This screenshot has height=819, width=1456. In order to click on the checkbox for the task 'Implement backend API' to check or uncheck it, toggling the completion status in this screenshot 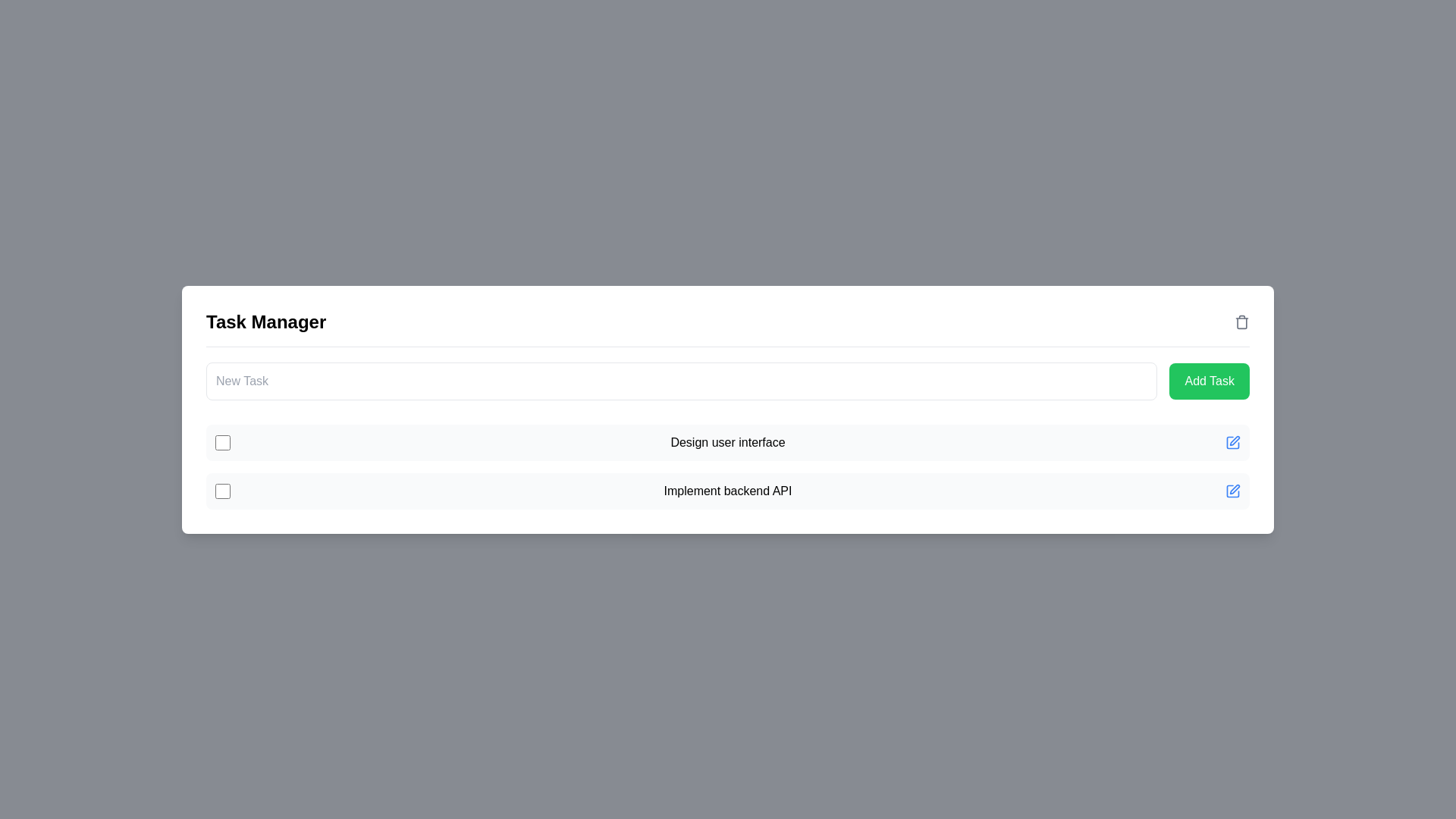, I will do `click(221, 491)`.